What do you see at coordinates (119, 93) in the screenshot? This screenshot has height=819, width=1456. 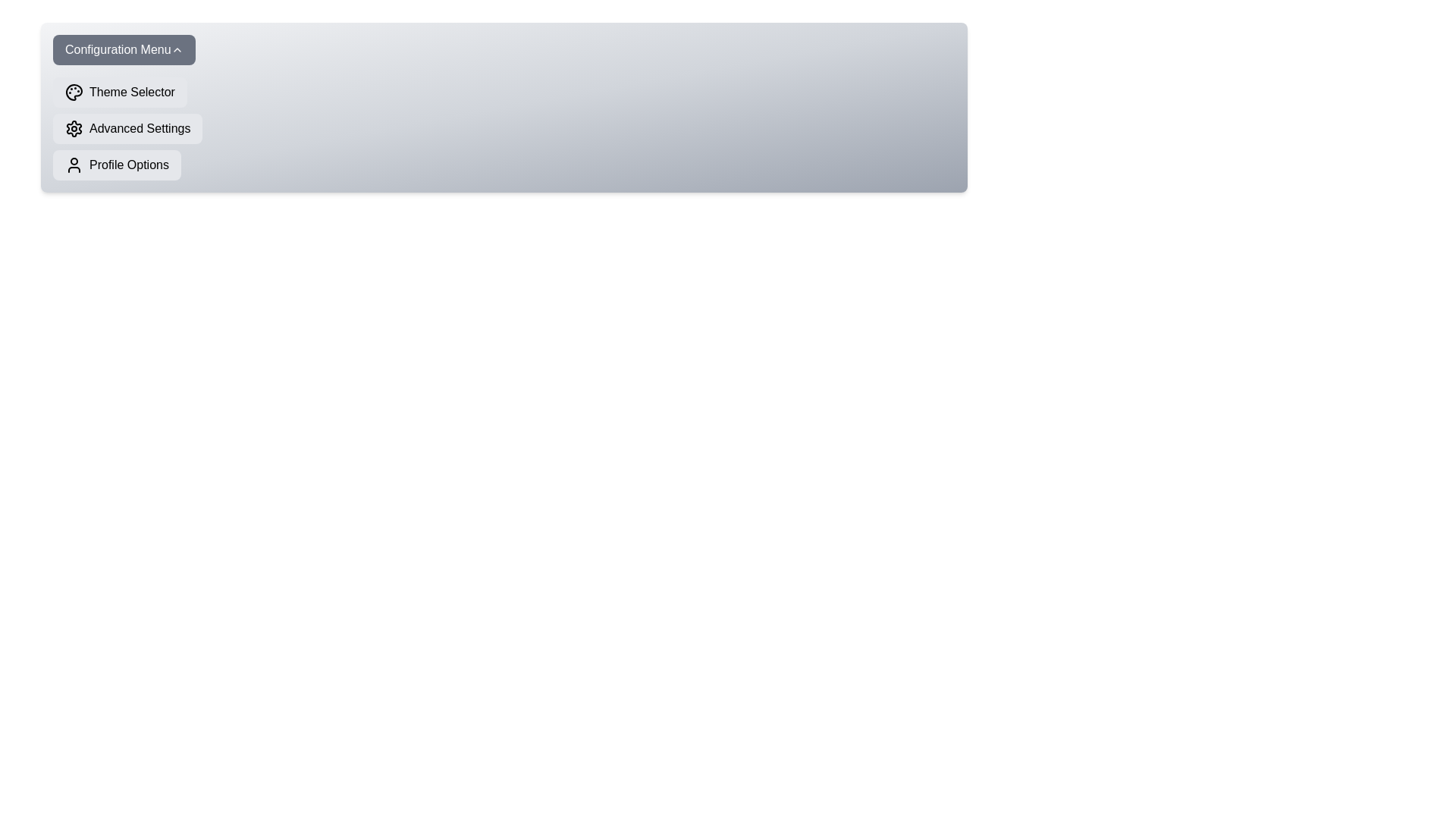 I see `the 'Theme Selector' button to select it` at bounding box center [119, 93].